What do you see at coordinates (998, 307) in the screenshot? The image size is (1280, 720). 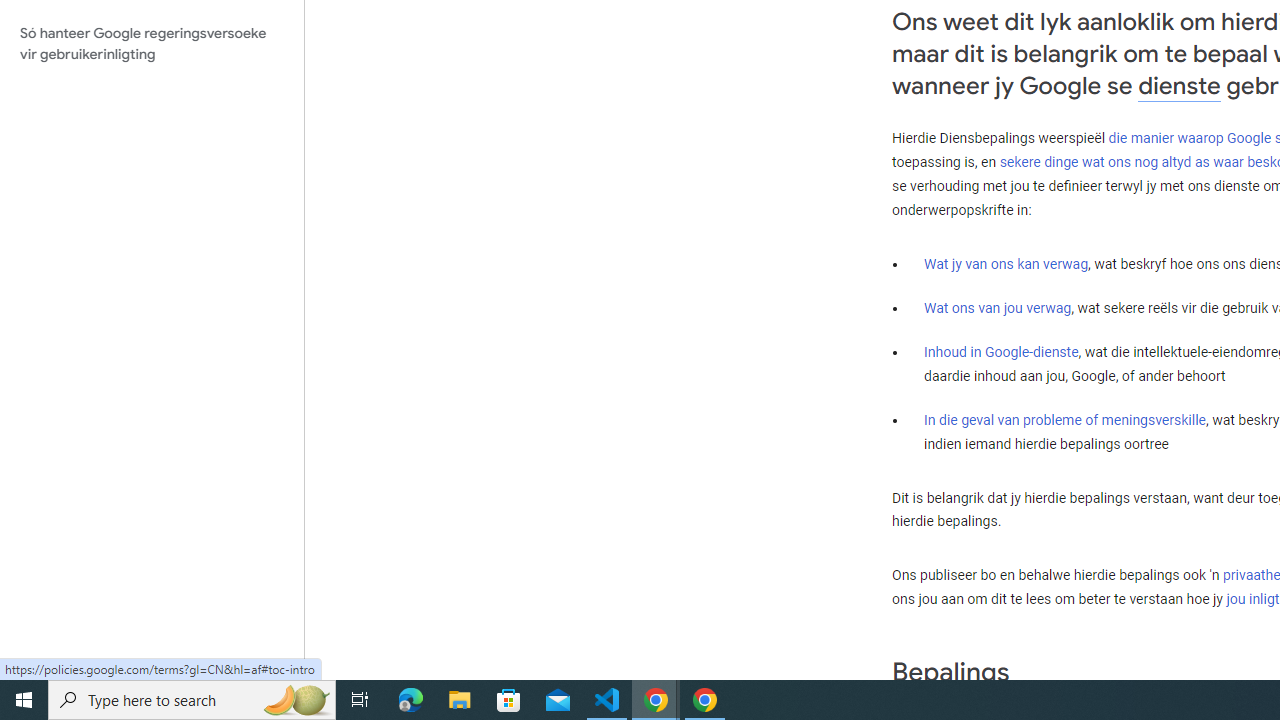 I see `'Wat ons van jou verwag'` at bounding box center [998, 307].